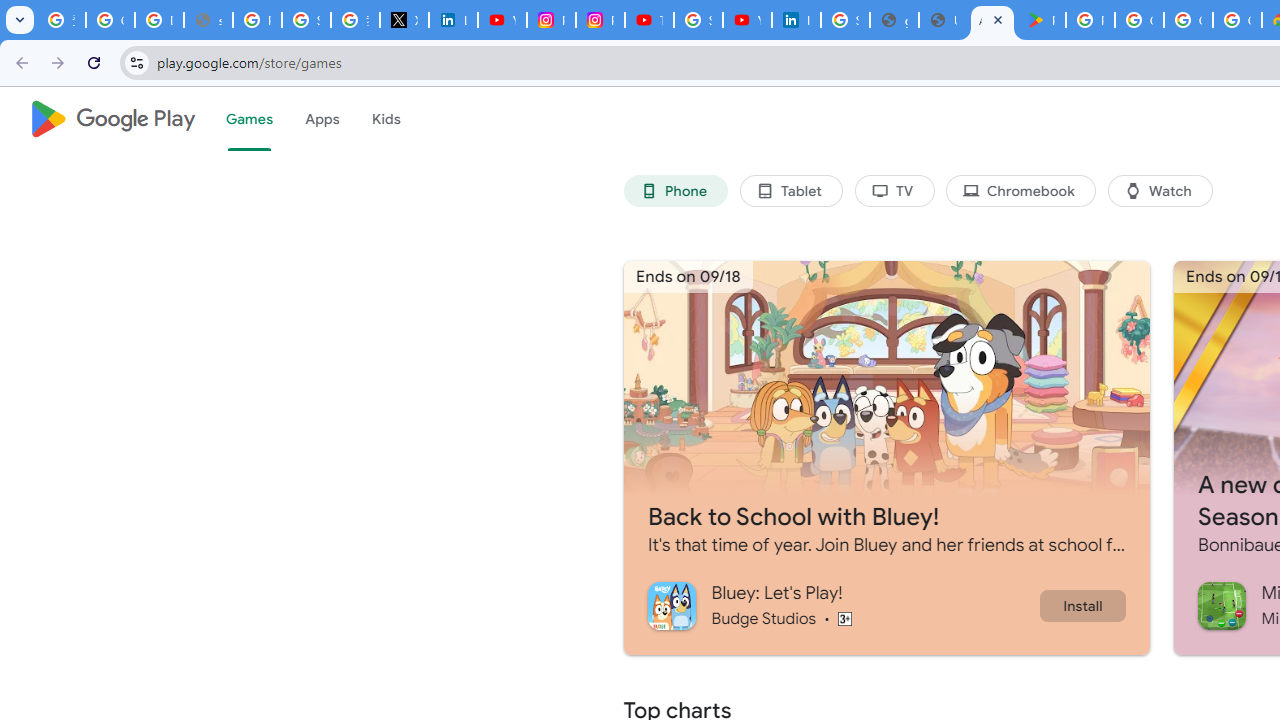 This screenshot has height=720, width=1280. I want to click on 'Phone', so click(675, 191).